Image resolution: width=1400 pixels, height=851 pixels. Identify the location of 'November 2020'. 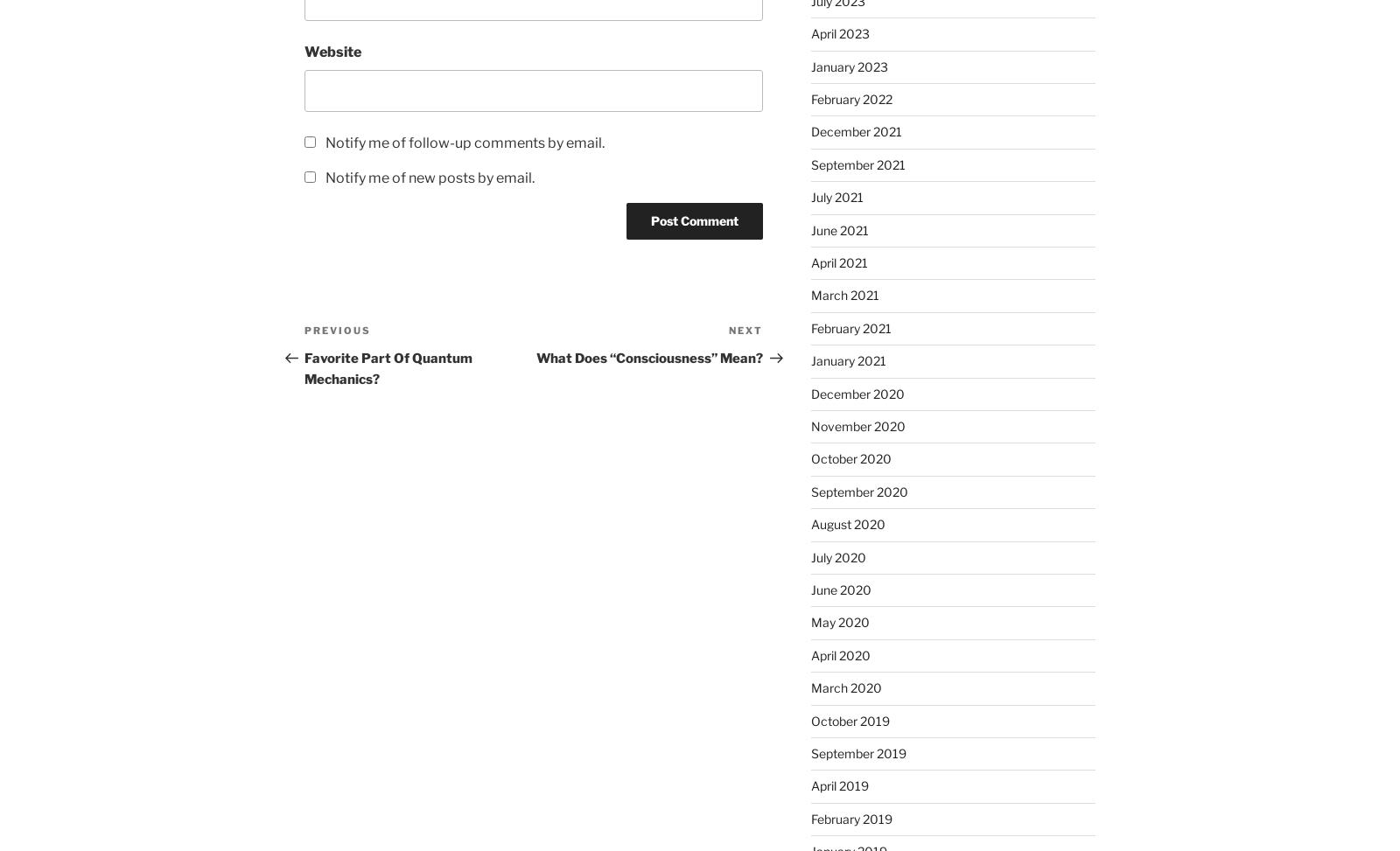
(857, 425).